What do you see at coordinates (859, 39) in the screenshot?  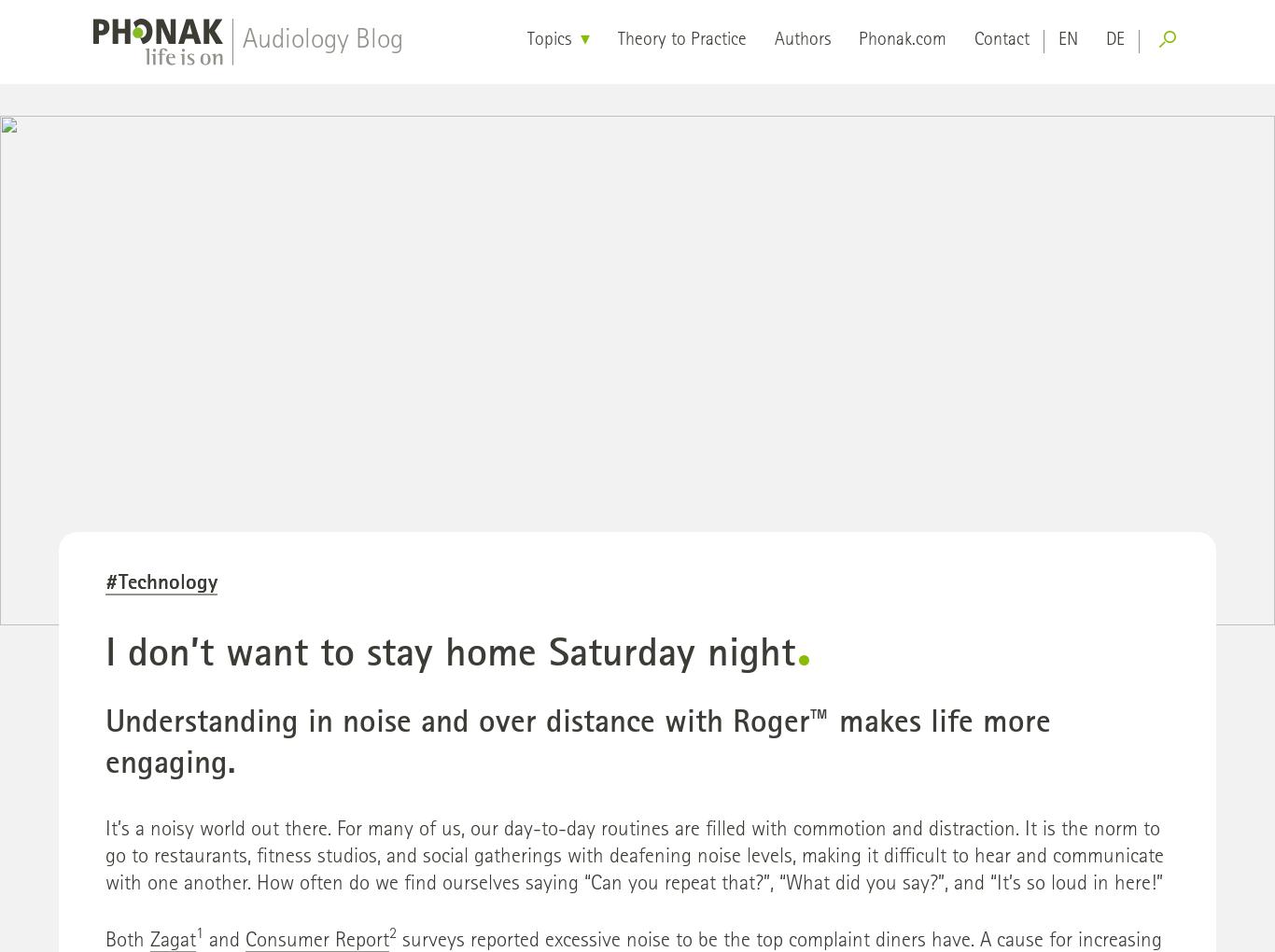 I see `'Phonak.com'` at bounding box center [859, 39].